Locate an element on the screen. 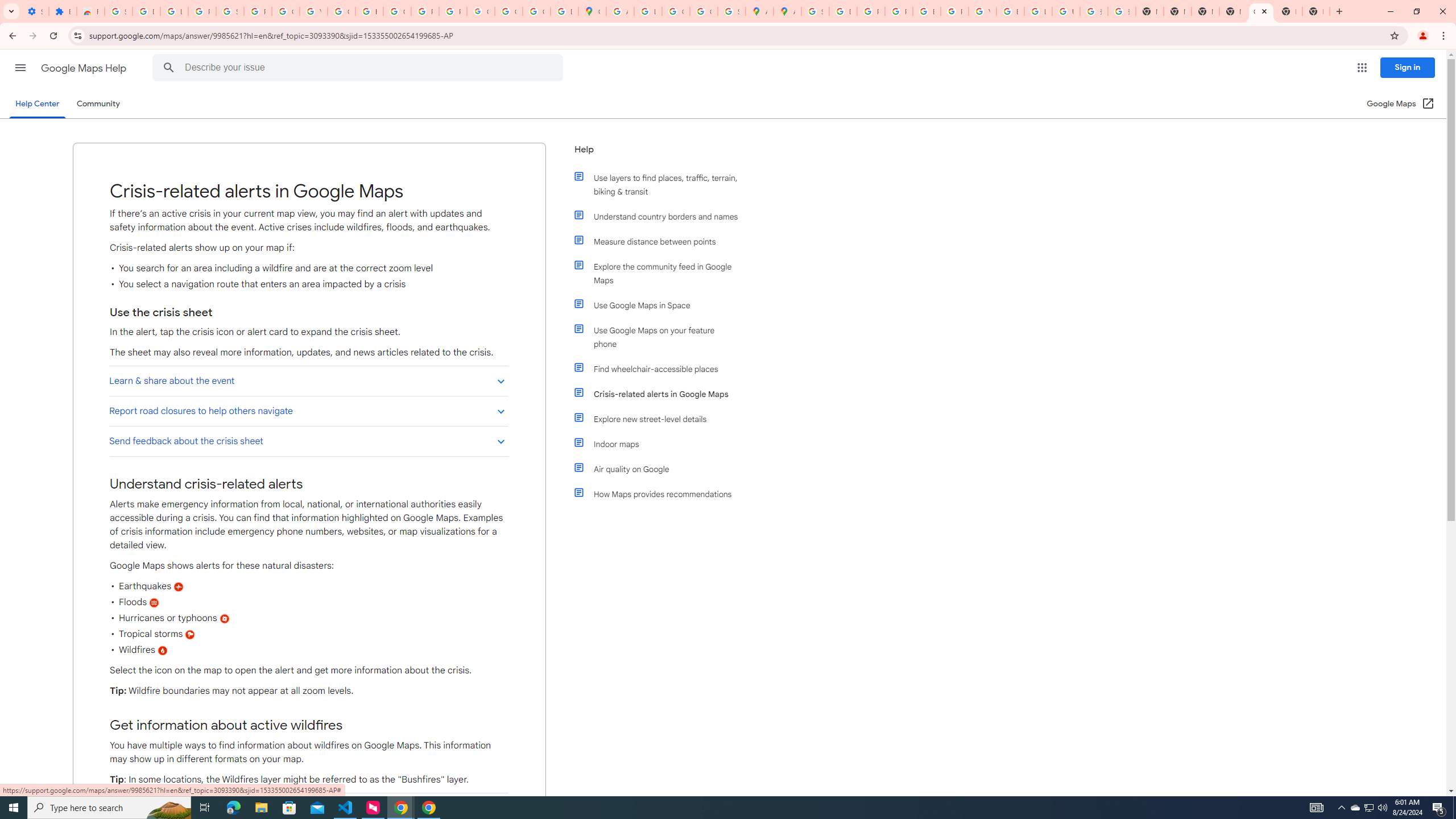  'Measure distance between points' is located at coordinates (661, 241).